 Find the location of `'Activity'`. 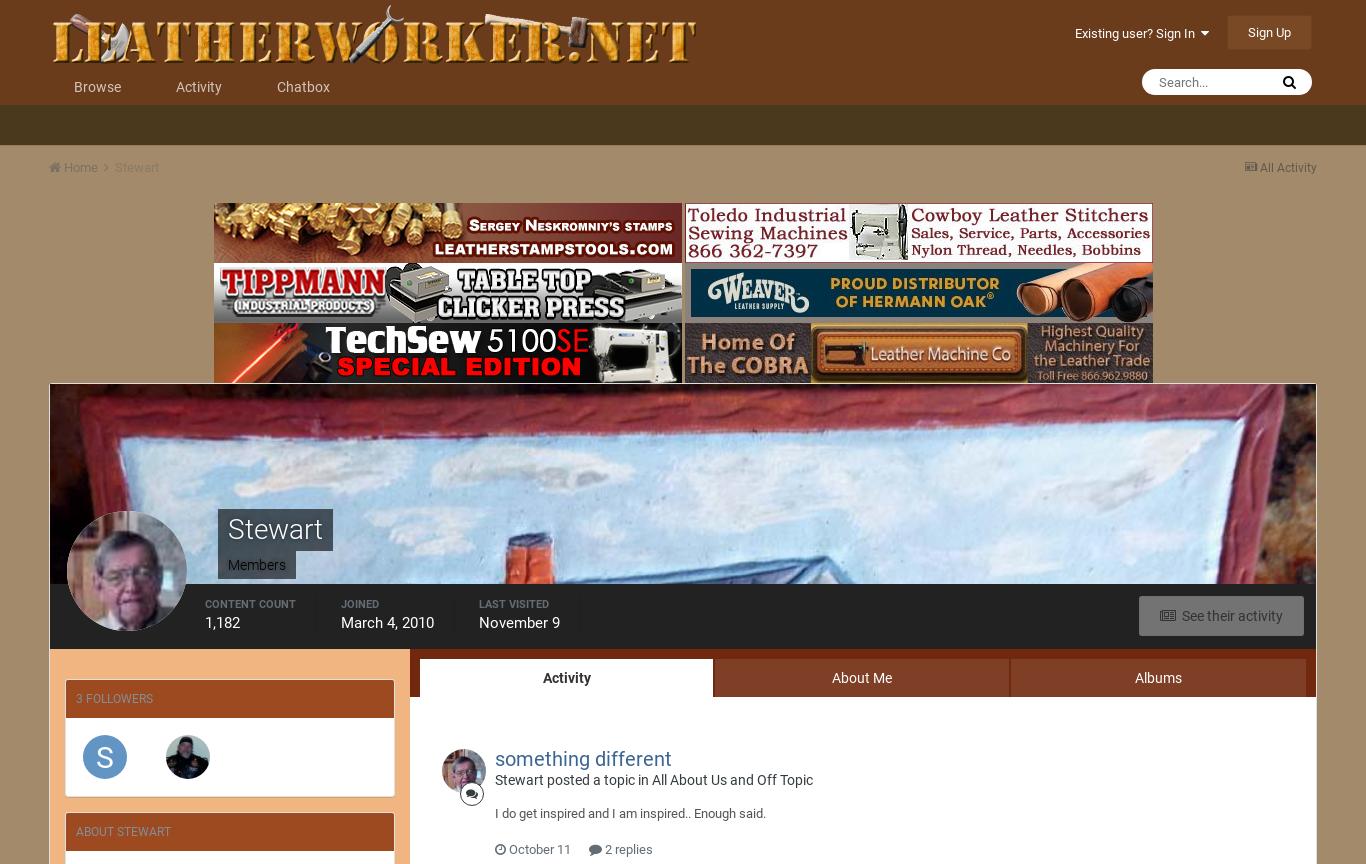

'Activity' is located at coordinates (565, 677).